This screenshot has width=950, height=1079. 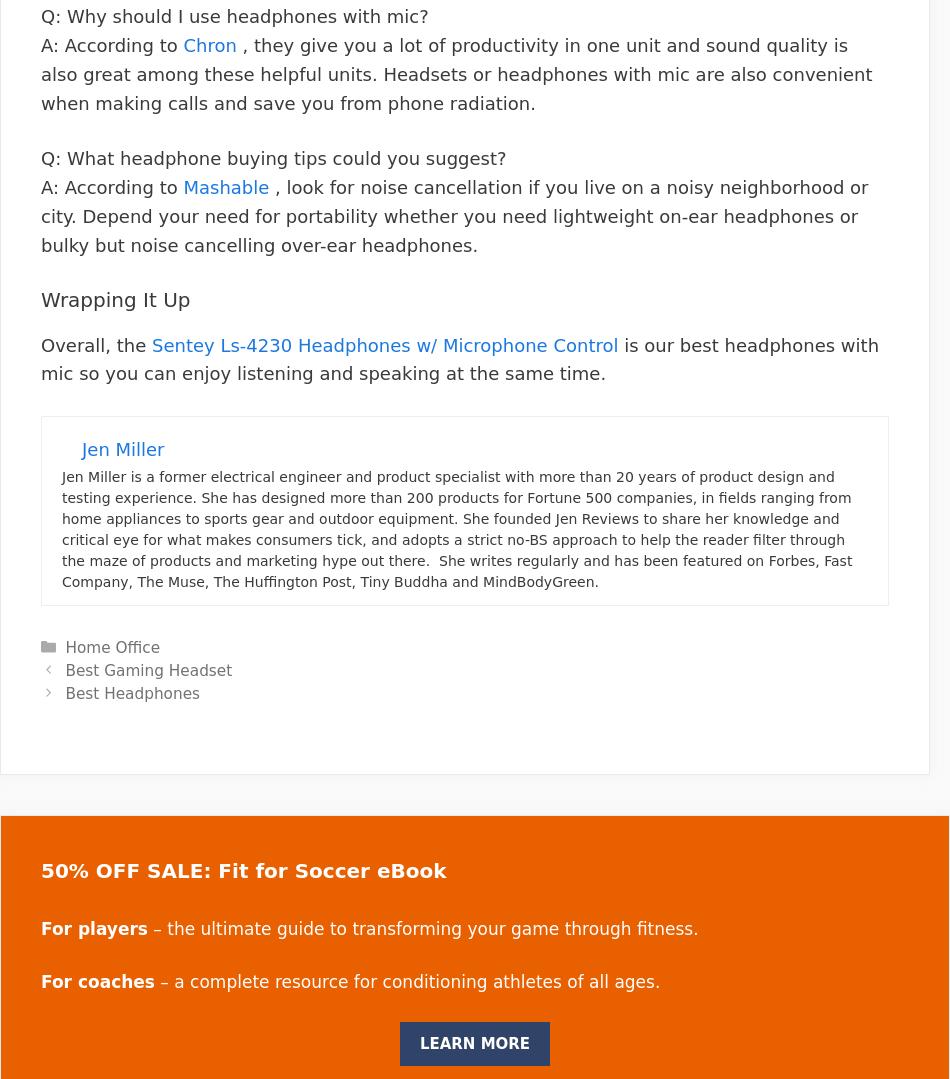 What do you see at coordinates (456, 529) in the screenshot?
I see `'Jen Miller is a former electrical engineer and product specialist with more than 20 years of product design and testing experience. She has designed more than 200 products for Fortune 500 companies, in fields ranging from home appliances to sports gear and outdoor equipment. She founded Jen Reviews to share her knowledge and critical eye for what makes consumers tick, and adopts a strict no-BS approach to help the reader filter through the maze of products and marketing hype out there.  She writes regularly and has been featured on Forbes, Fast Company, The Muse, The Huffington Post, Tiny Buddha and MindBodyGreen.'` at bounding box center [456, 529].